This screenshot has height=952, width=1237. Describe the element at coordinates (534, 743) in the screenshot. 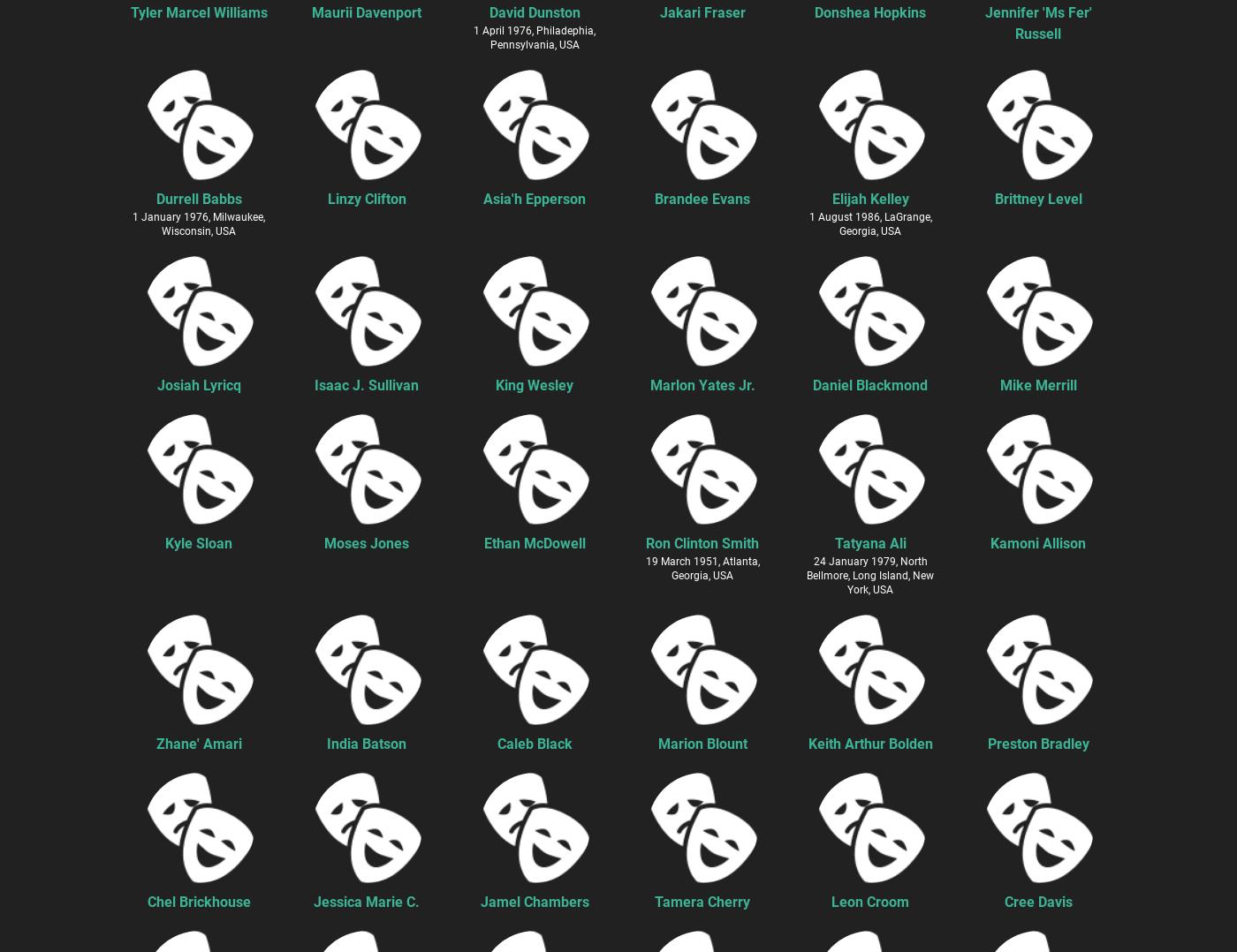

I see `'Caleb Black'` at that location.